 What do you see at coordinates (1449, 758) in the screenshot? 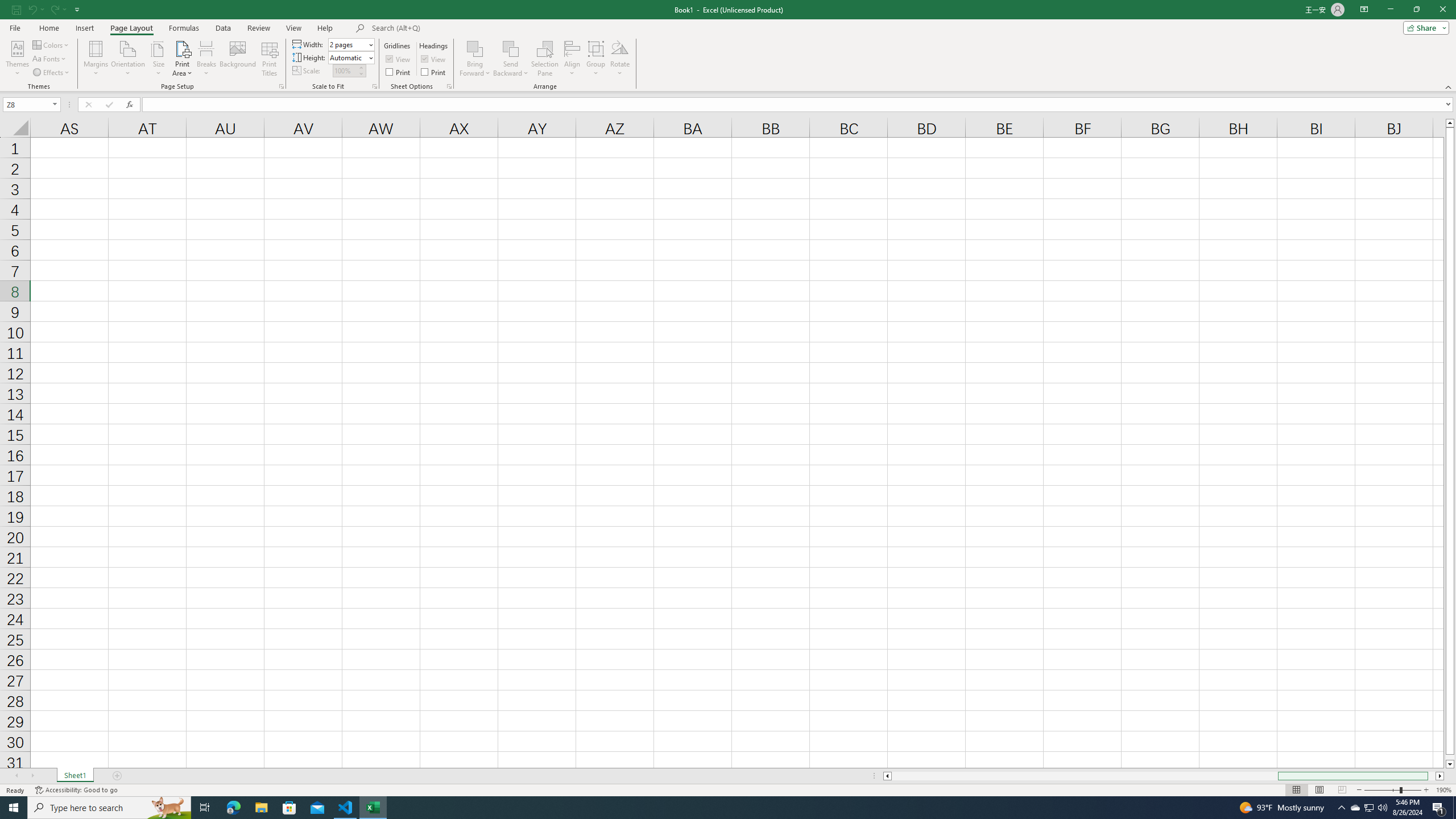
I see `'Page down'` at bounding box center [1449, 758].